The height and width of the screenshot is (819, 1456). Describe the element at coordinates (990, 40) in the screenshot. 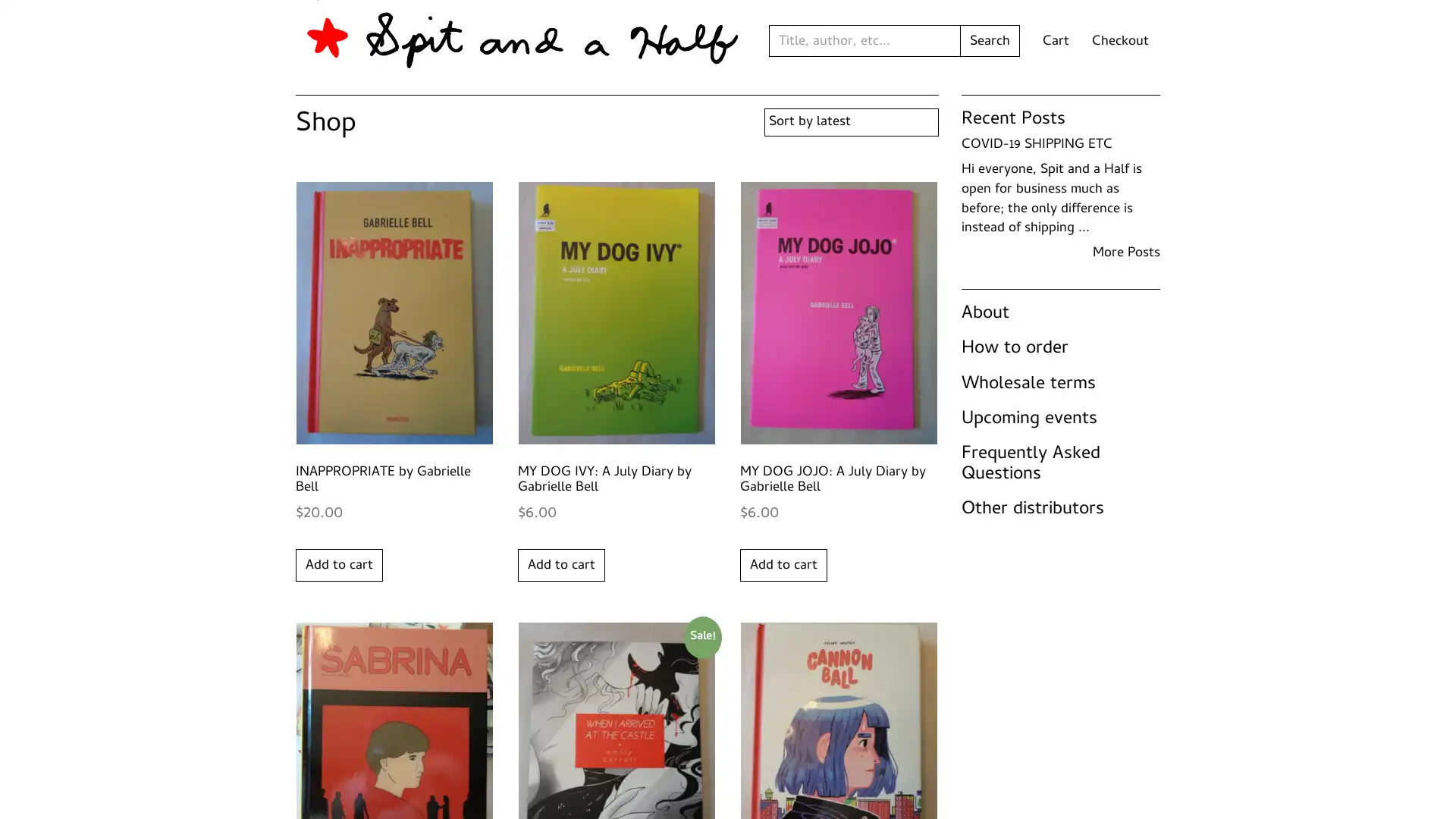

I see `Search` at that location.